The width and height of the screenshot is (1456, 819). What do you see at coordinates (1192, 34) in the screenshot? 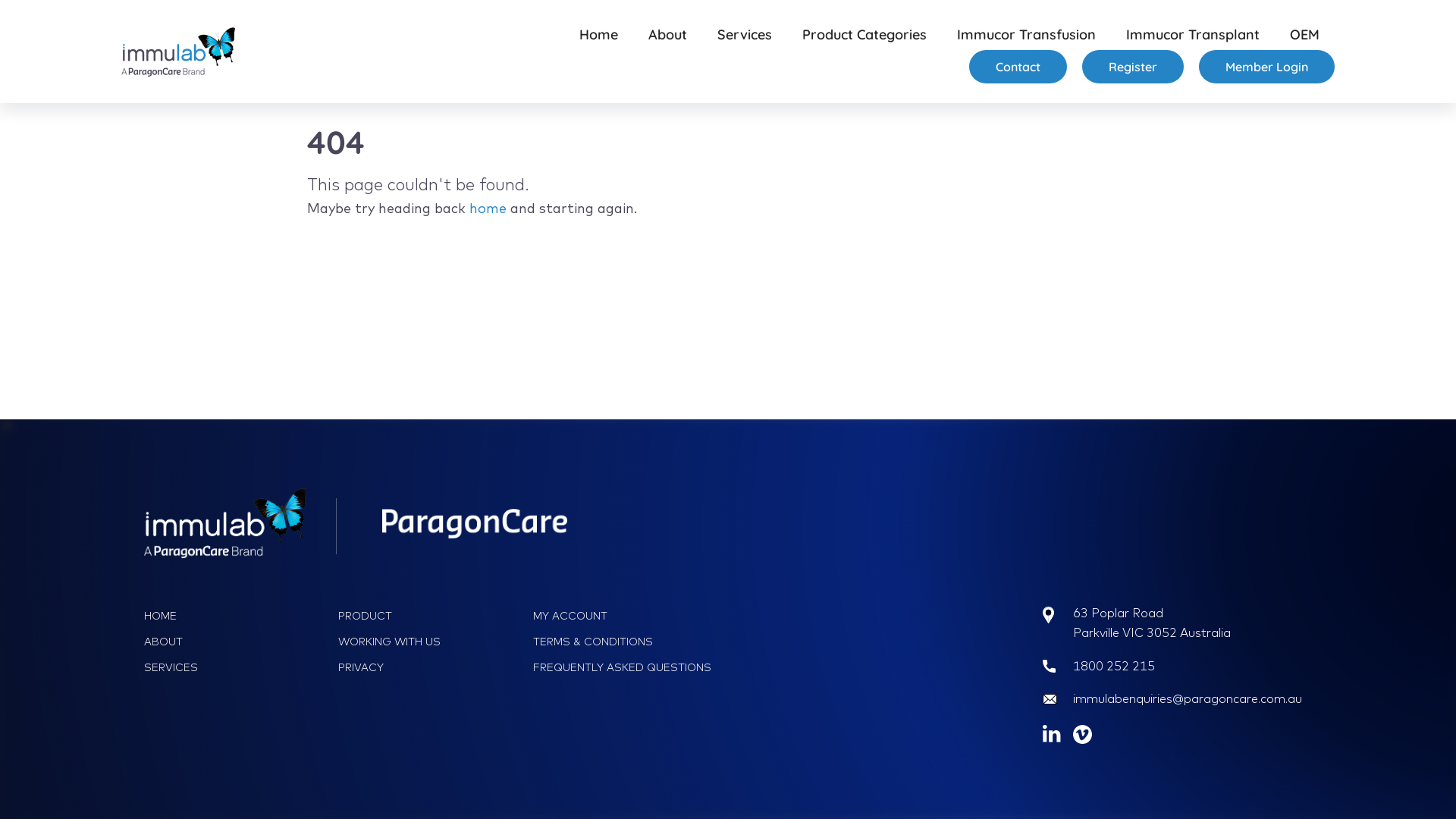
I see `'Immucor Transplant'` at bounding box center [1192, 34].